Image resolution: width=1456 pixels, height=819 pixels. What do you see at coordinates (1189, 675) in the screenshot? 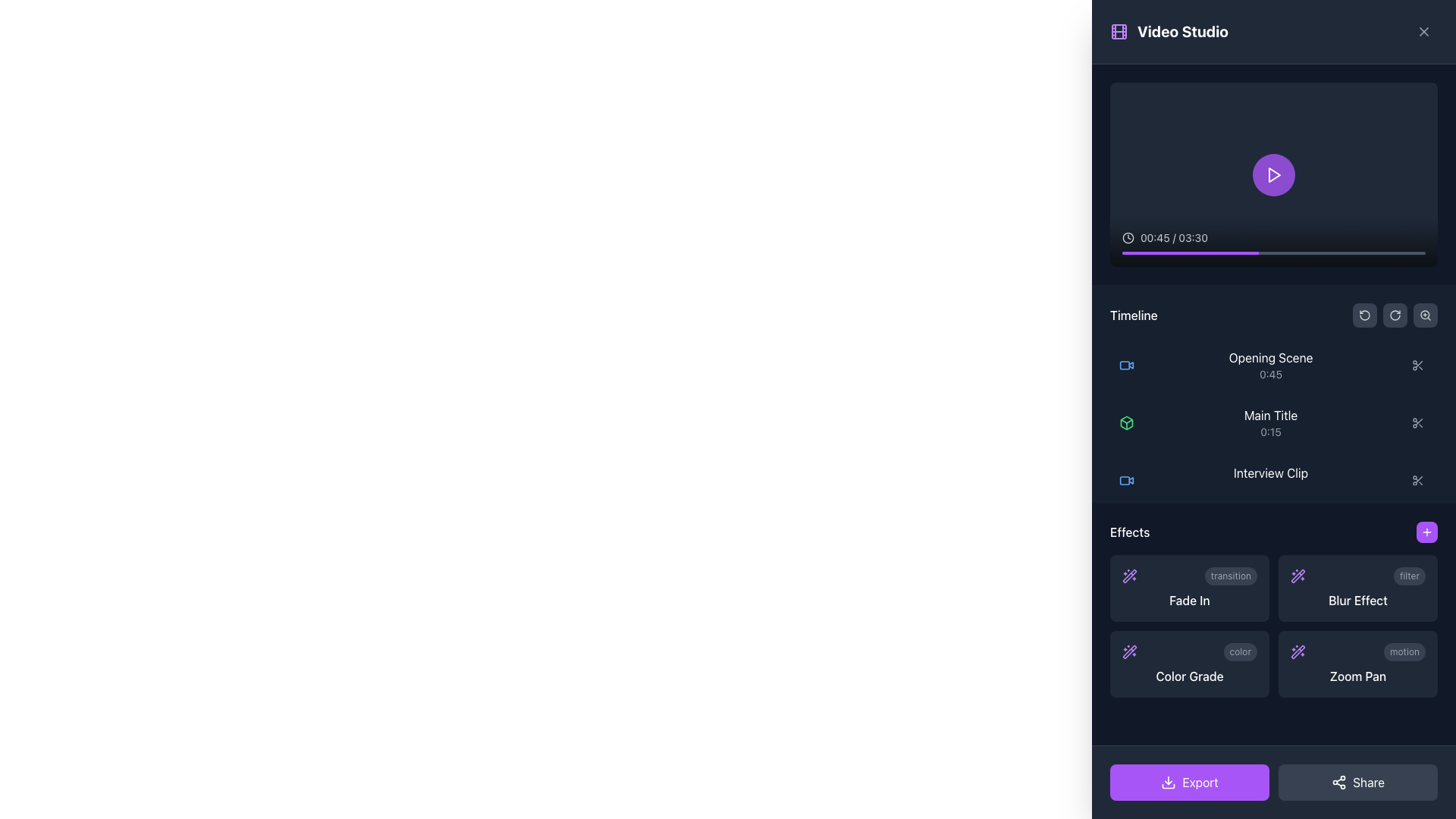
I see `'Color Grade' text label located in the bottom-left of the Effects section in the video editor interface` at bounding box center [1189, 675].